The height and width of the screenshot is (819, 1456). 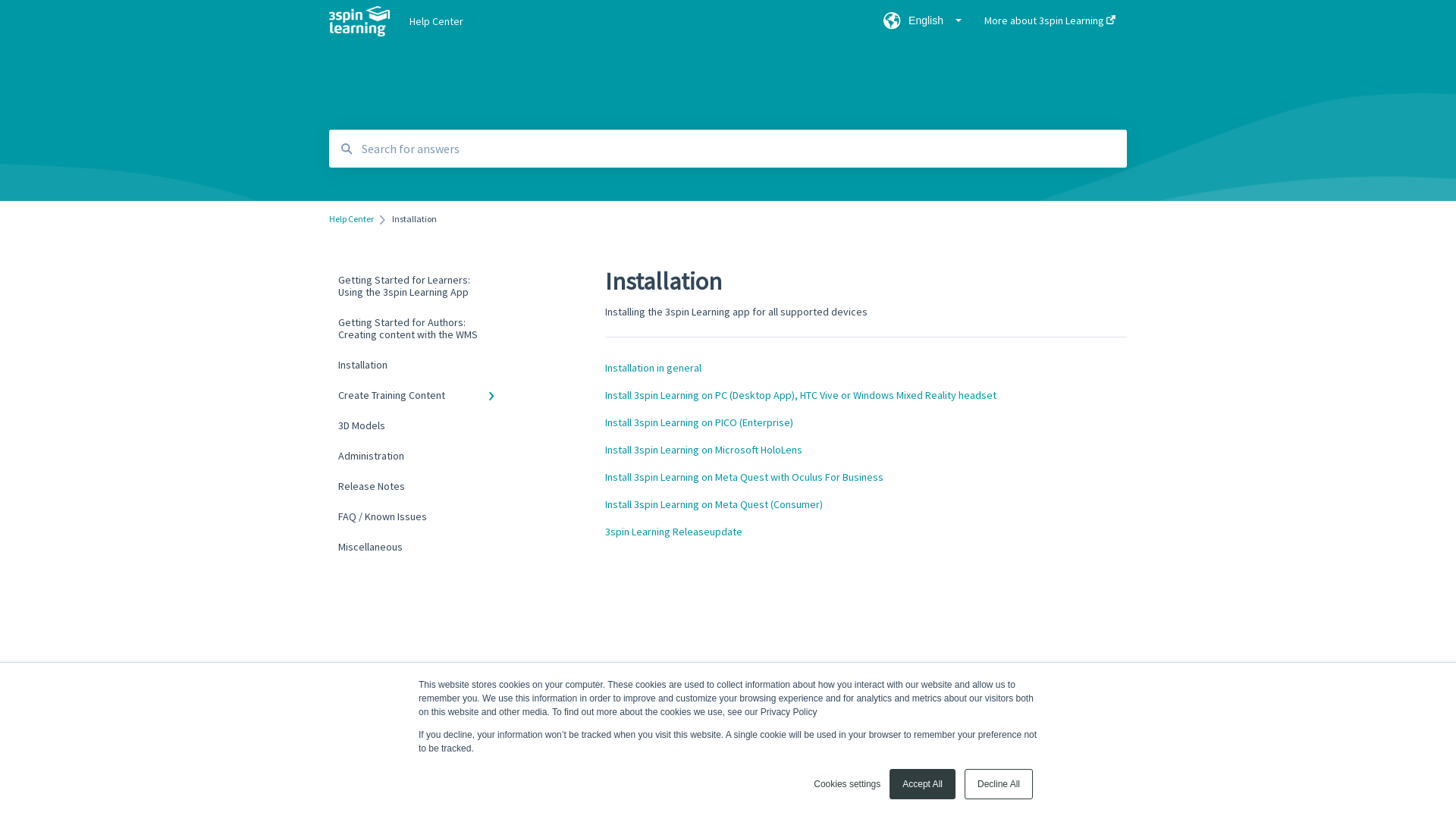 What do you see at coordinates (350, 219) in the screenshot?
I see `'Help Center'` at bounding box center [350, 219].